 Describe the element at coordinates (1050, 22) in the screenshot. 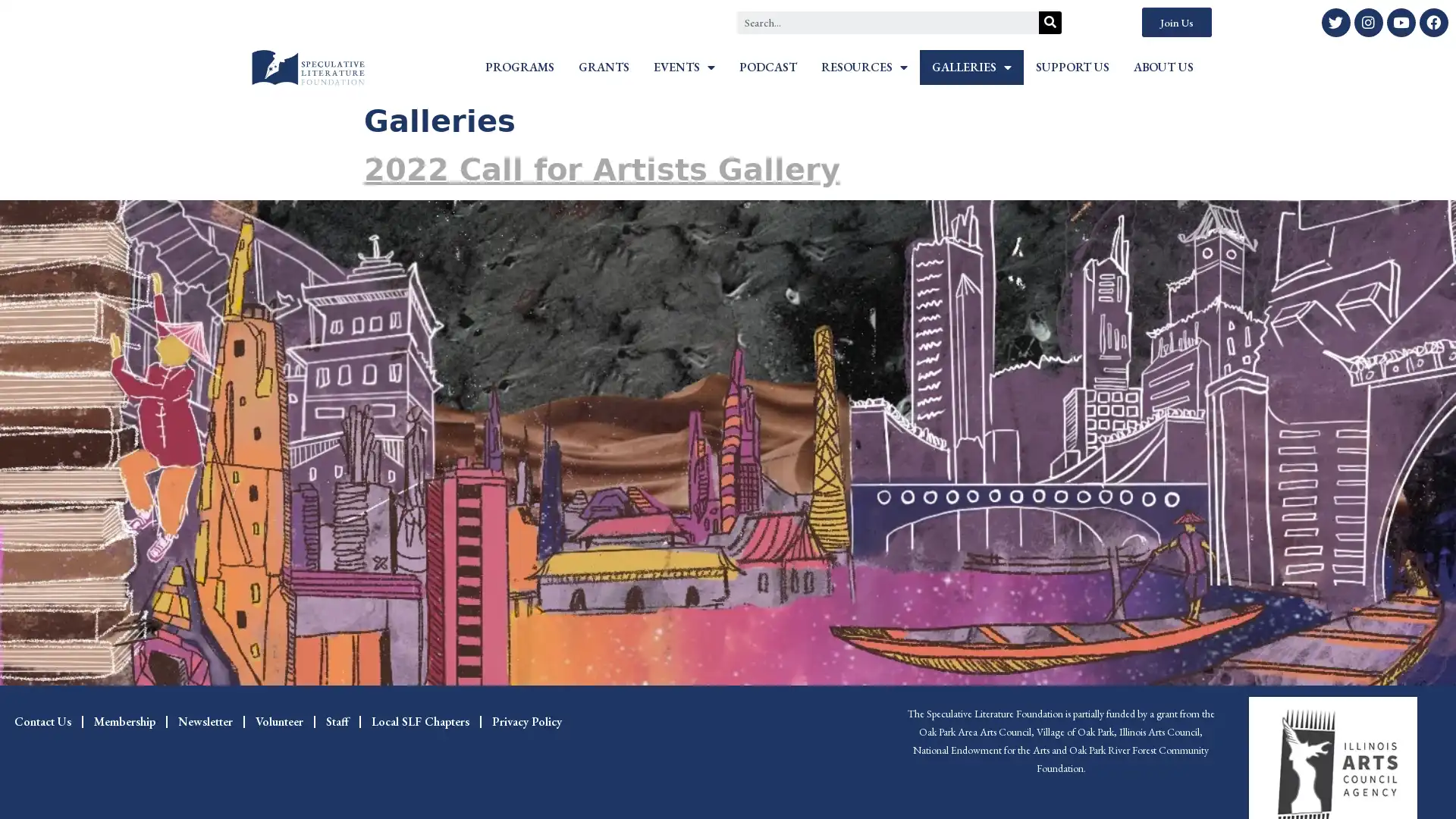

I see `Search` at that location.